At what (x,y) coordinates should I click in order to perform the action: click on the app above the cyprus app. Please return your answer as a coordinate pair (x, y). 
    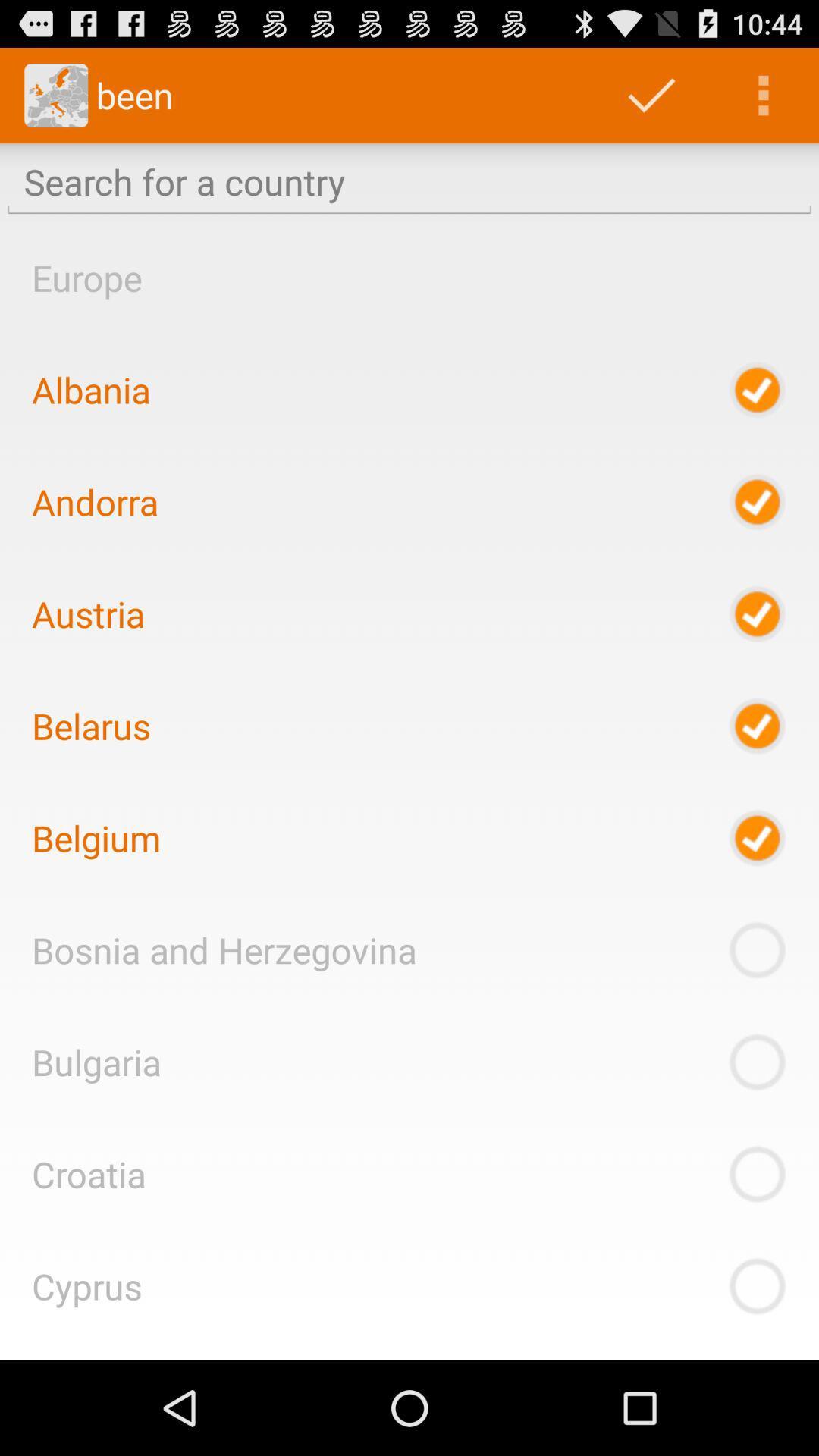
    Looking at the image, I should click on (89, 1173).